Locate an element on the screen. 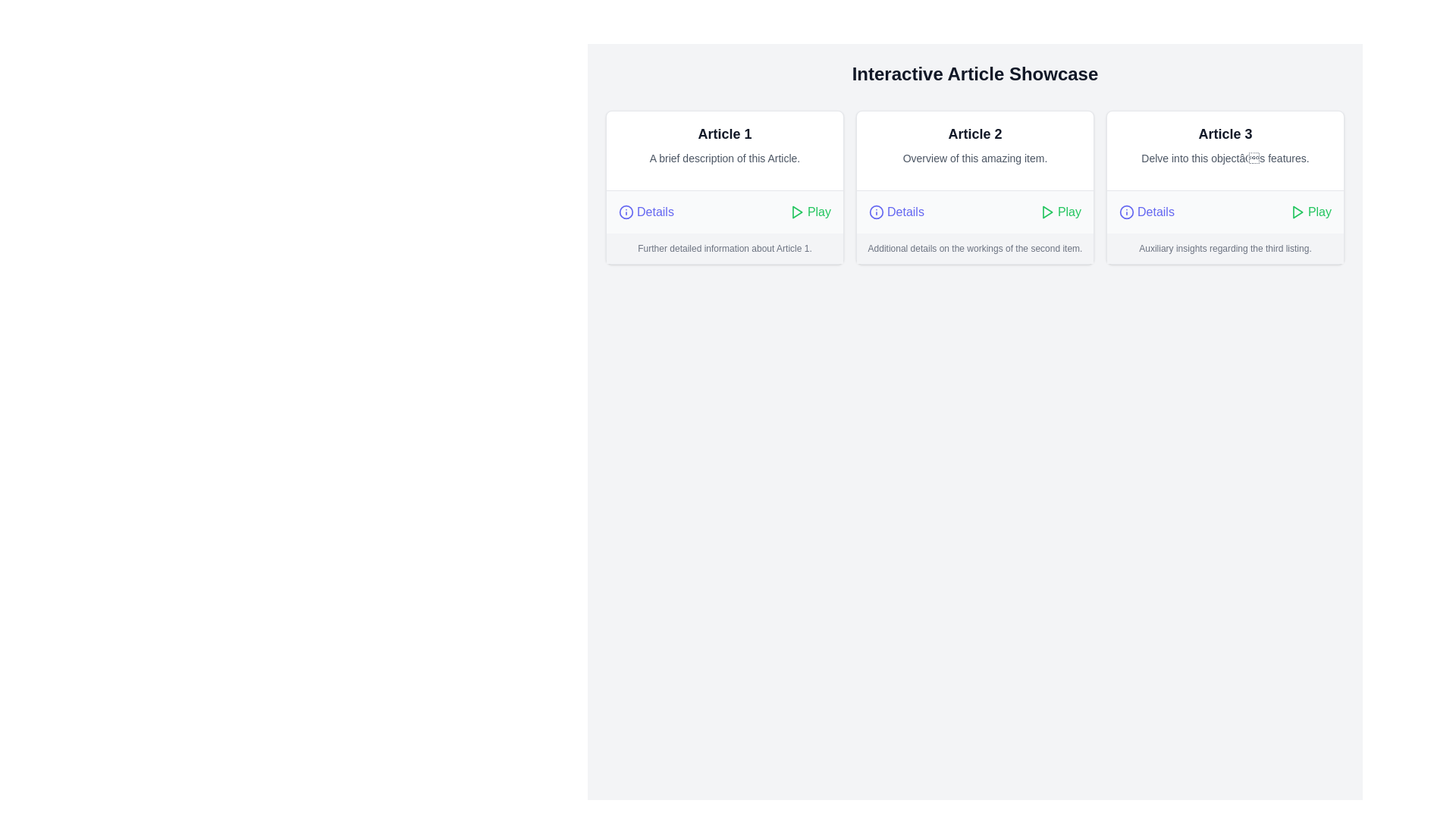 This screenshot has width=1456, height=819. the hyperlink with icon located in the bottom section of the third tile labeled 'Article 3' is located at coordinates (1147, 212).